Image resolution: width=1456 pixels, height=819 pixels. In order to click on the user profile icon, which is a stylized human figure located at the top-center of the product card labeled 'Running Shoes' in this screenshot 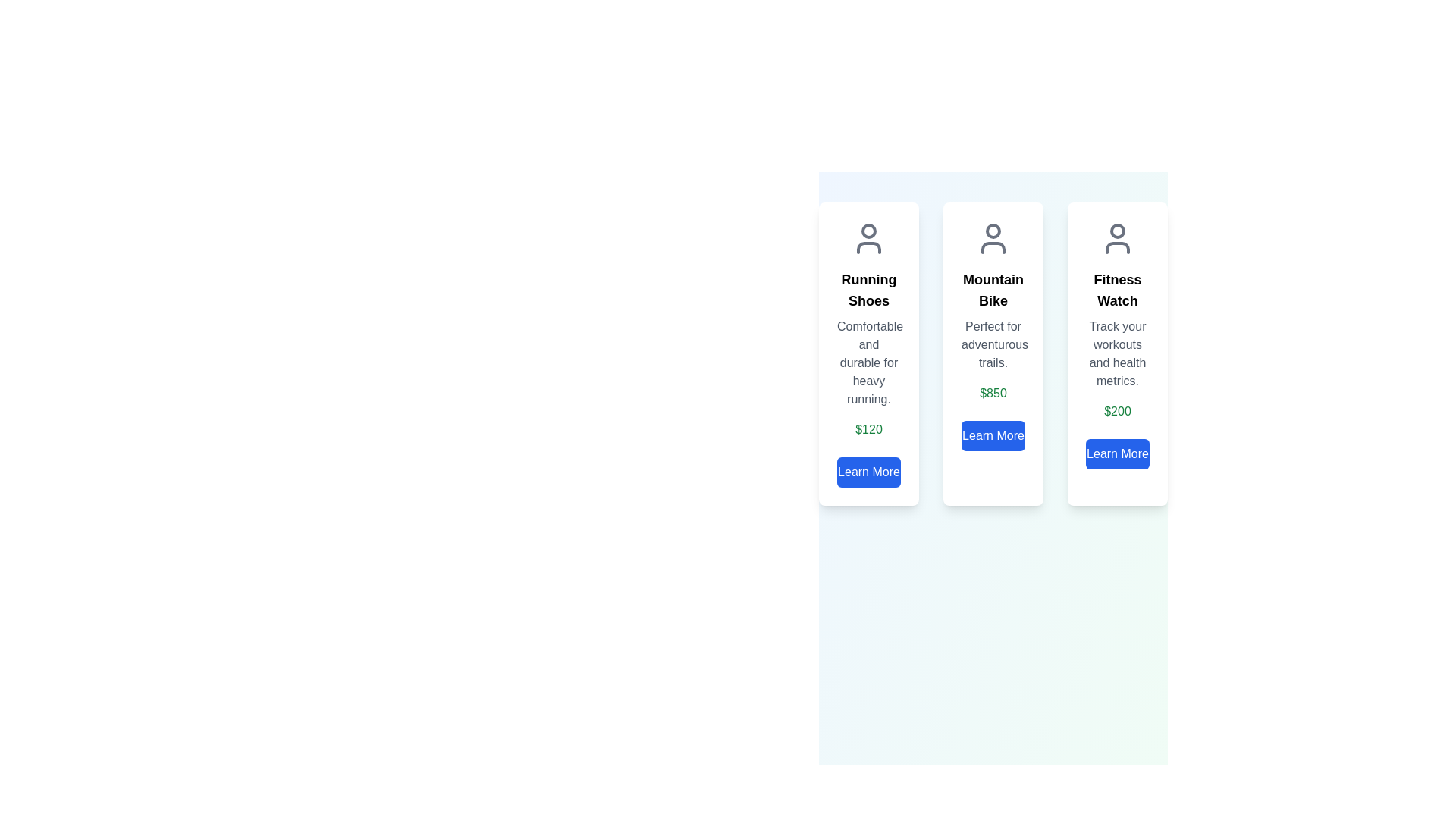, I will do `click(869, 239)`.